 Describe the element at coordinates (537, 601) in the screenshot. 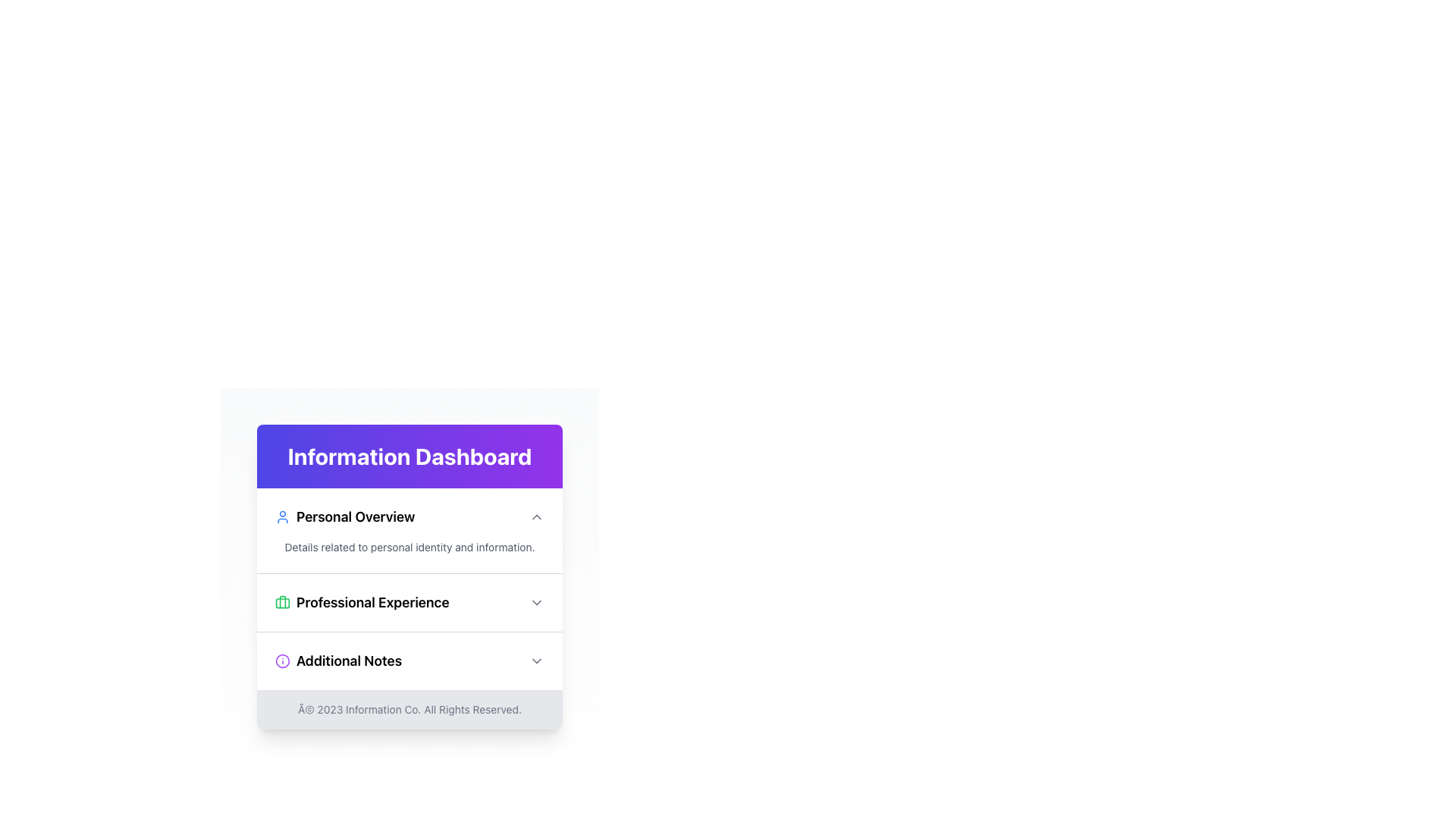

I see `the gray downward-pointing chevron icon located to the right of the 'Professional Experience' text` at that location.